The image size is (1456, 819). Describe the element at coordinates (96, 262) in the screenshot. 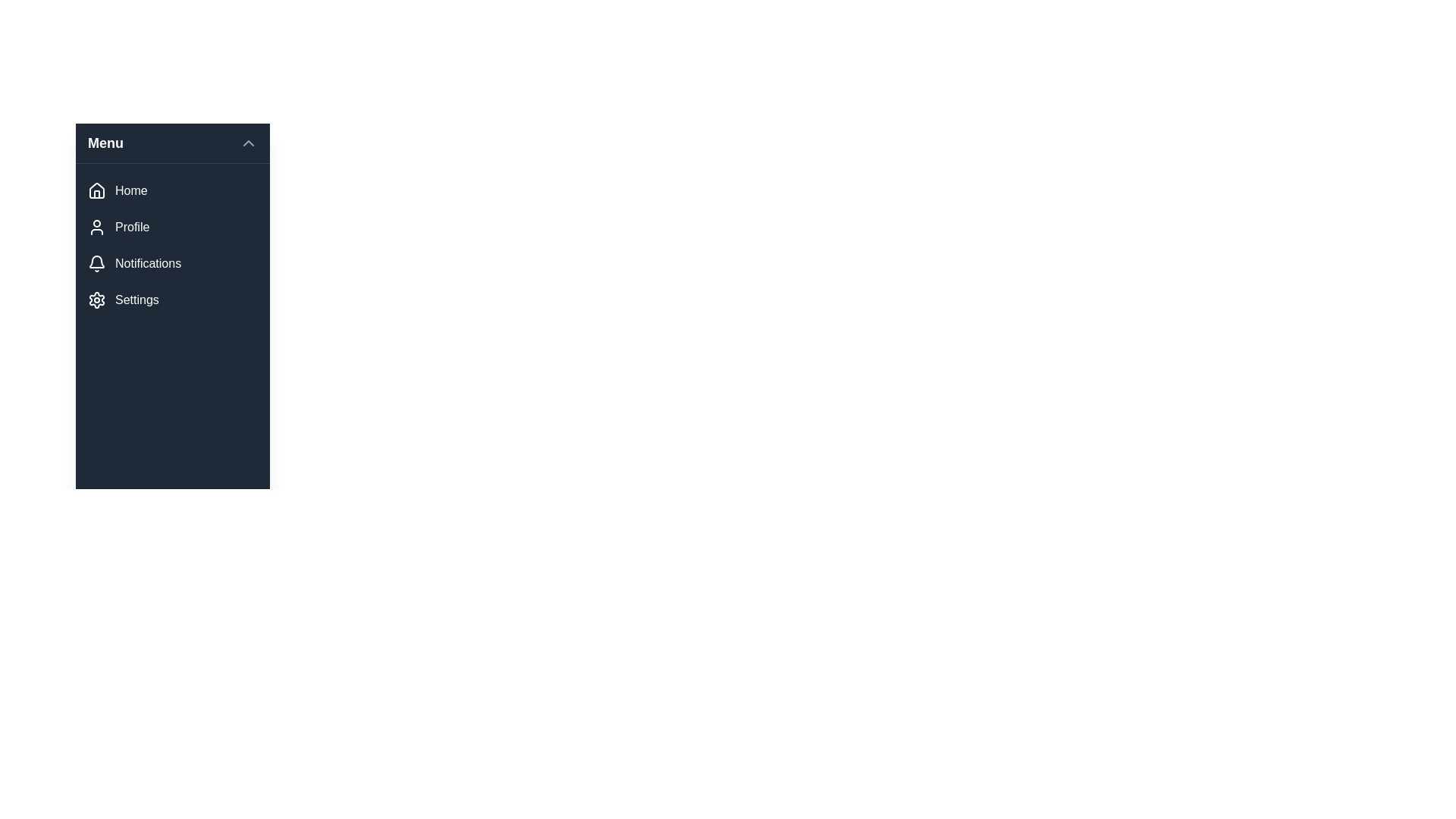

I see `the bell icon located in the left sidebar menu under the 'Notifications' option, which is the first element to the left of the 'Notifications' text` at that location.